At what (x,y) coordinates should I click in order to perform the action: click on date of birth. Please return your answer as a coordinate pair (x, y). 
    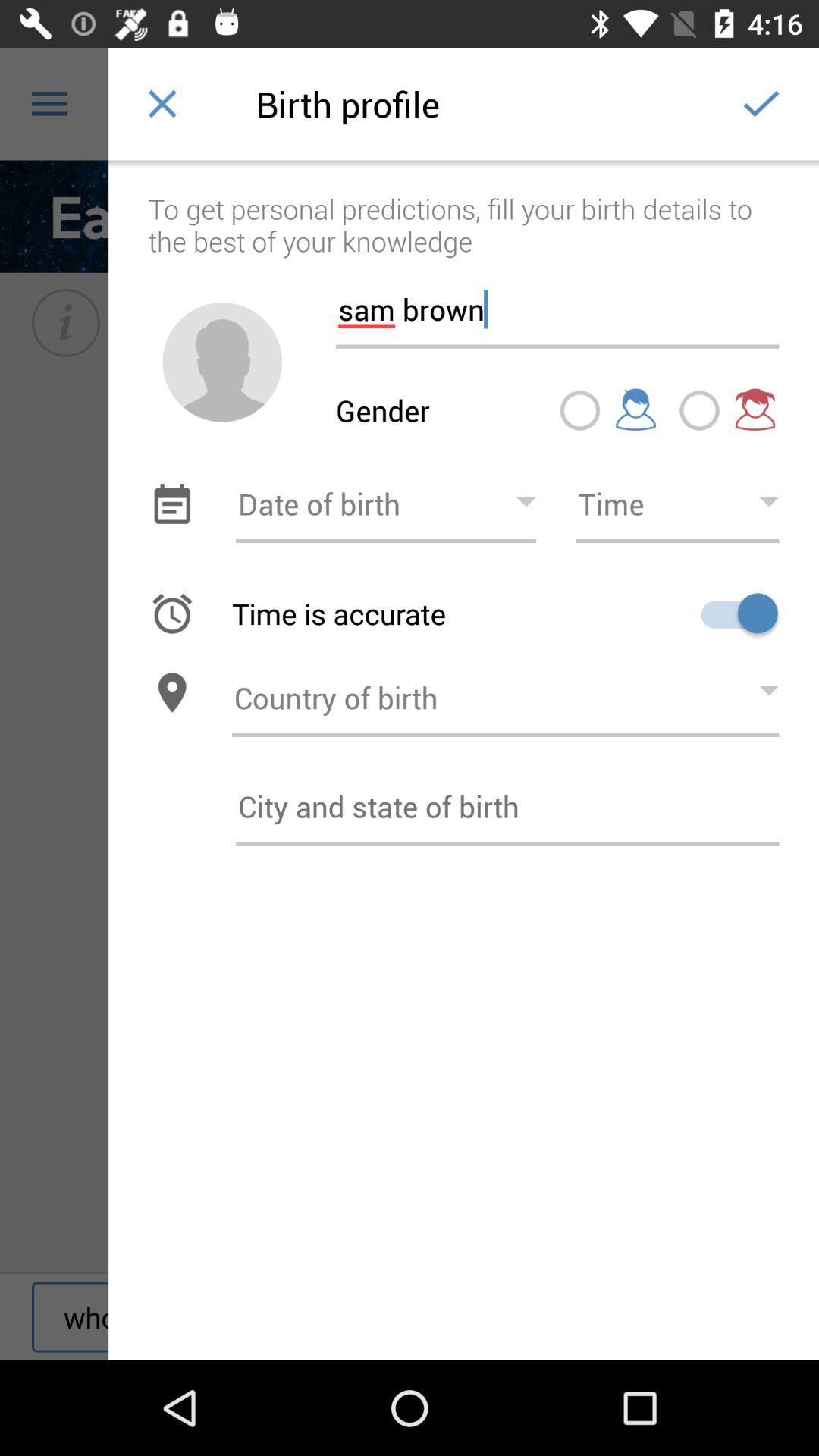
    Looking at the image, I should click on (385, 504).